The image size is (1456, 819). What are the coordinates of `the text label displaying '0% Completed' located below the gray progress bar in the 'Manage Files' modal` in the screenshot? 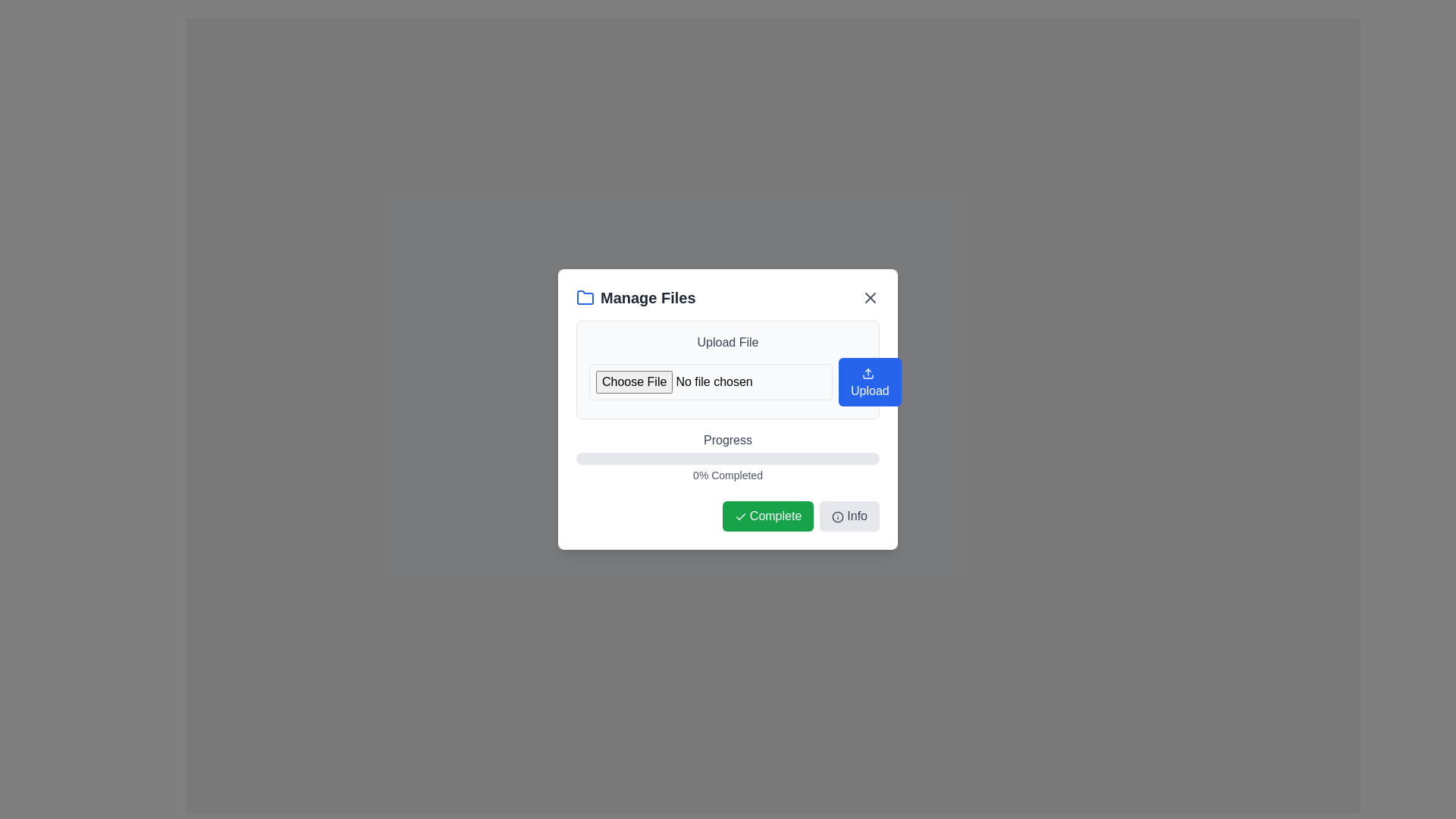 It's located at (728, 475).